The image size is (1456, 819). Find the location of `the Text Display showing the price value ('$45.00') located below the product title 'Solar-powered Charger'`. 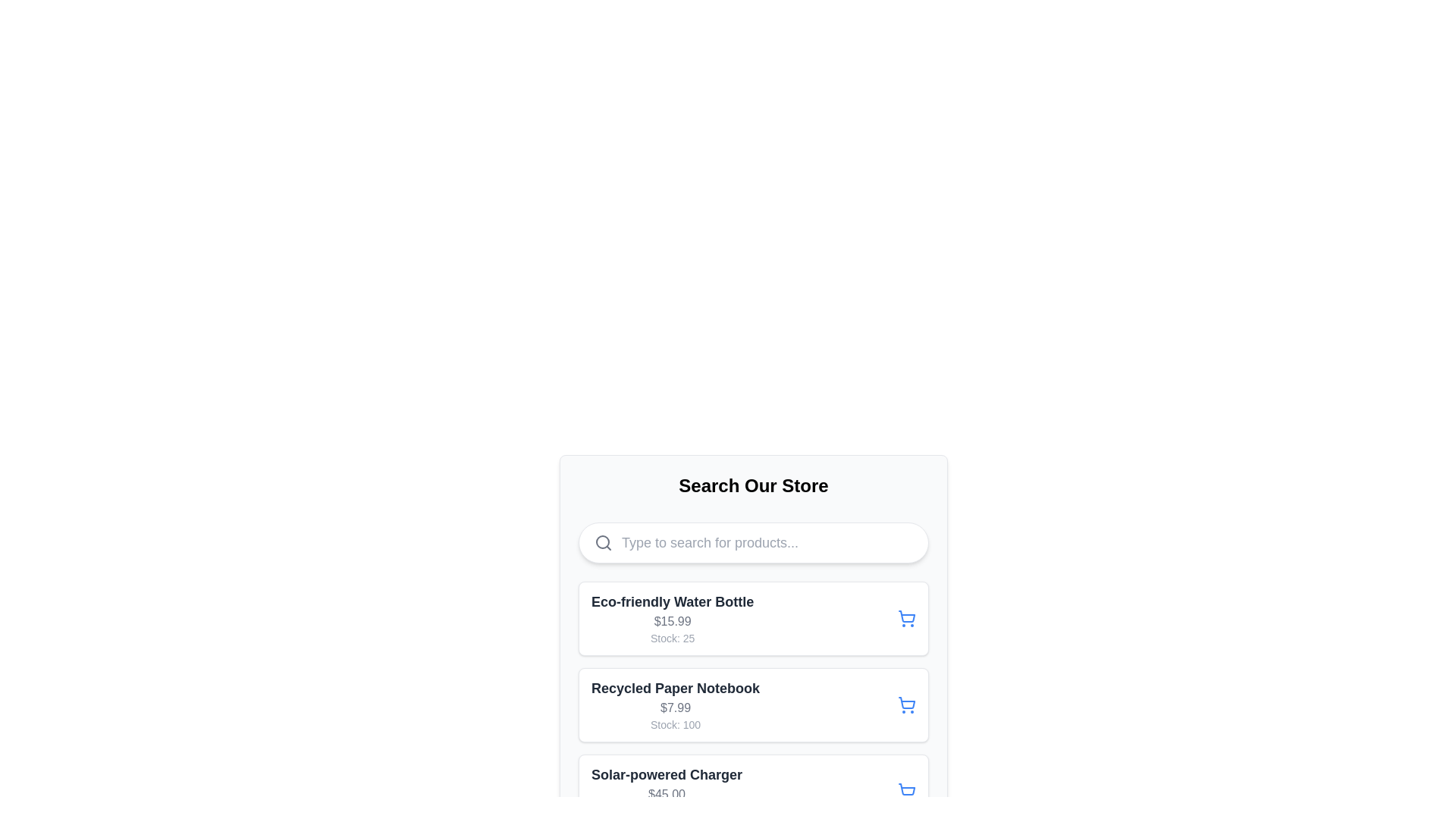

the Text Display showing the price value ('$45.00') located below the product title 'Solar-powered Charger' is located at coordinates (667, 794).